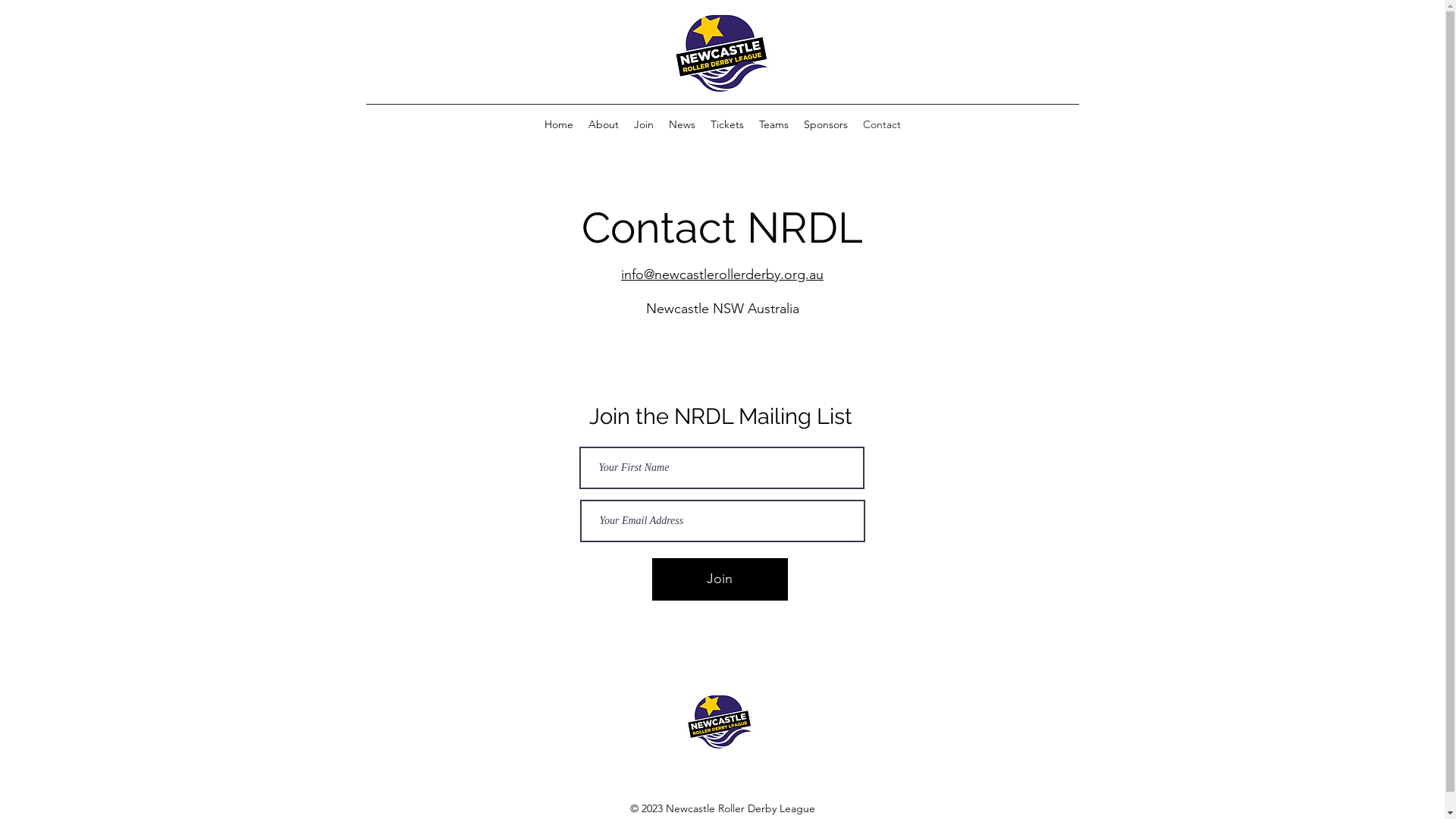 This screenshot has width=1456, height=819. What do you see at coordinates (621, 275) in the screenshot?
I see `'info@newcastlerollerderby.org.au'` at bounding box center [621, 275].